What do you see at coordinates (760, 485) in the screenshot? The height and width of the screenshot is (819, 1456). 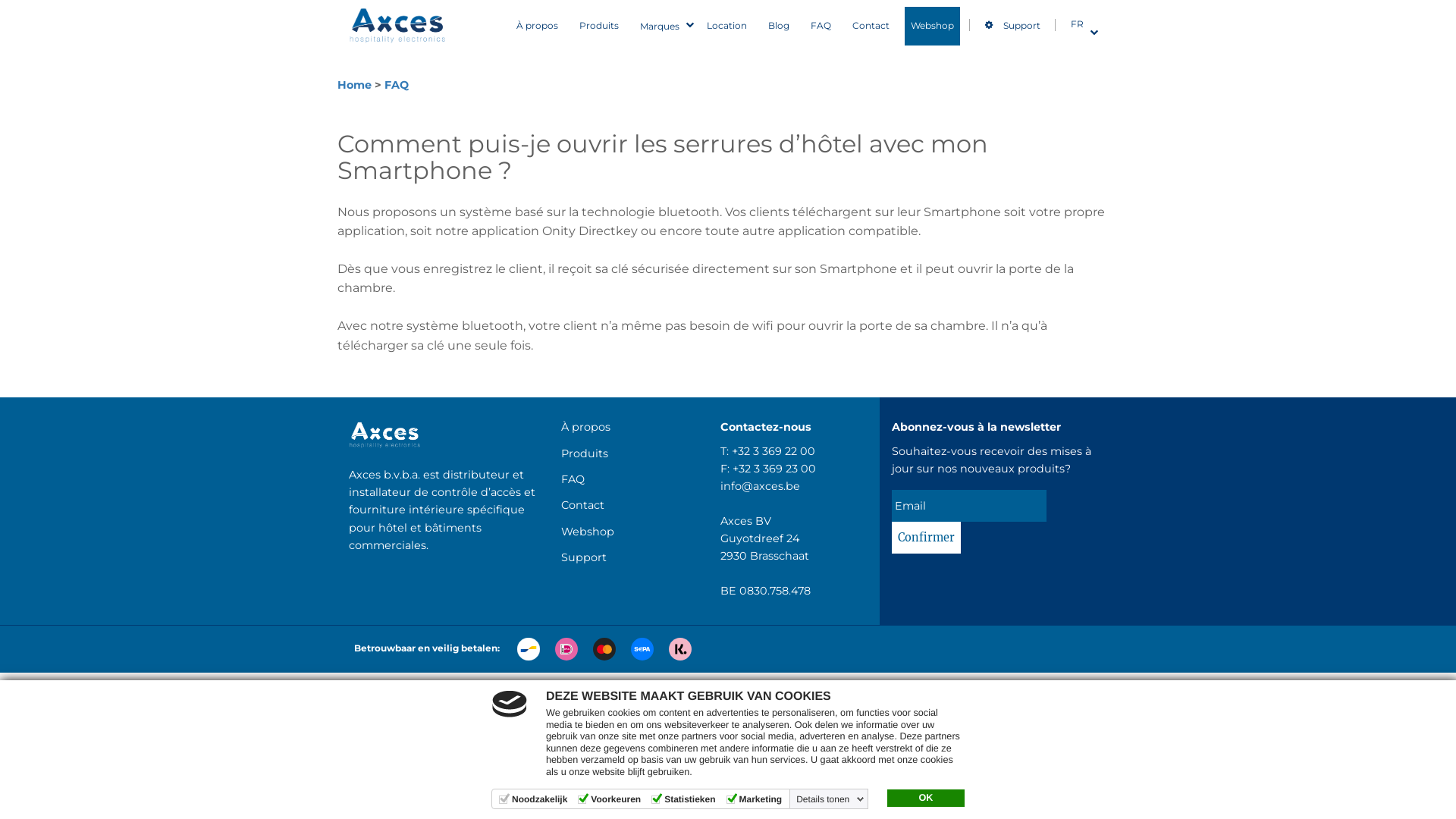 I see `'info@axces.be'` at bounding box center [760, 485].